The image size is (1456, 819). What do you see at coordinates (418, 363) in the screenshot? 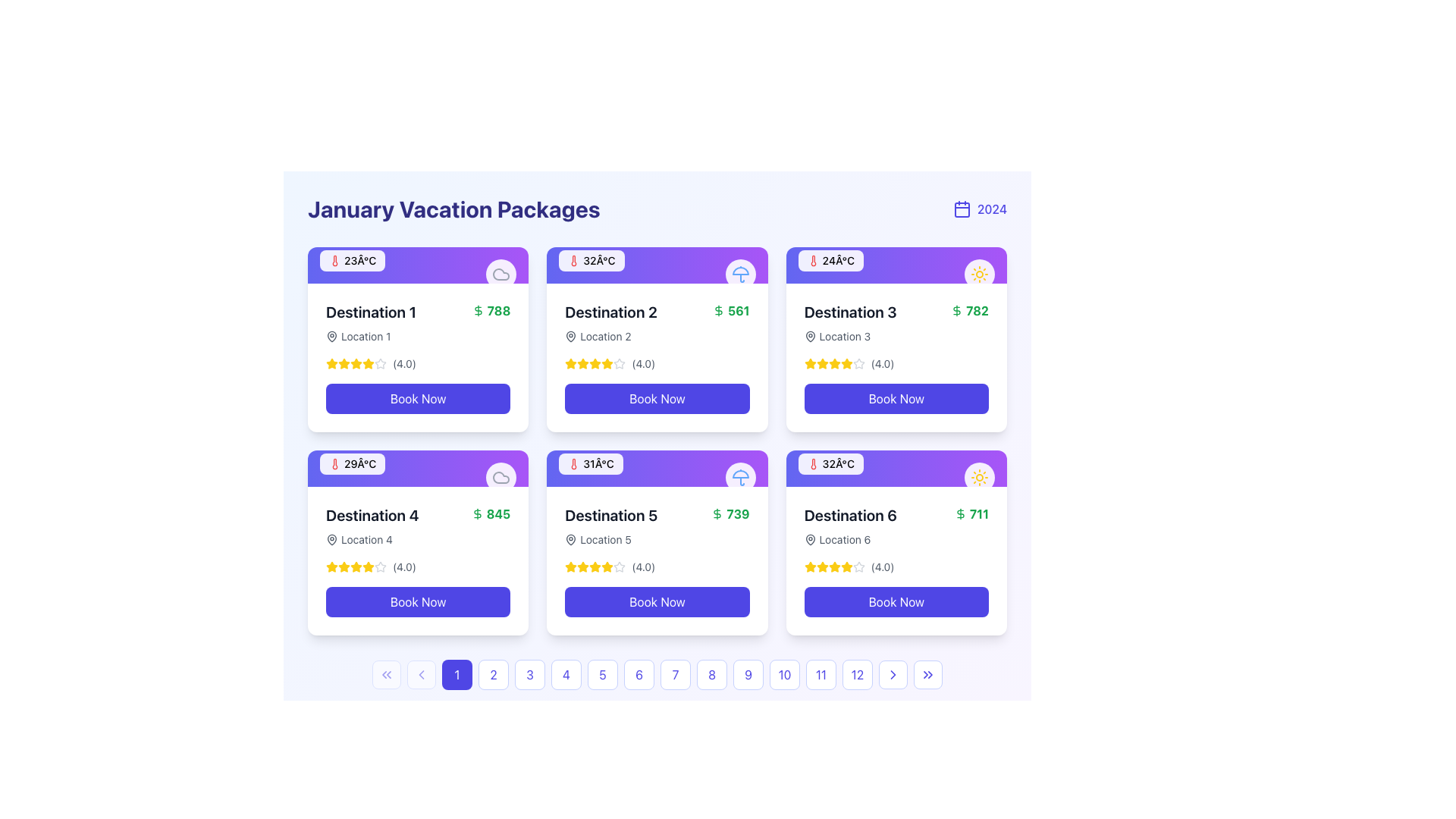
I see `rating value displayed in the Rating display component, which shows a star rating of 4.0 out of 5 and is located within the first card of the grid layout under 'January Vacation Packages'` at bounding box center [418, 363].